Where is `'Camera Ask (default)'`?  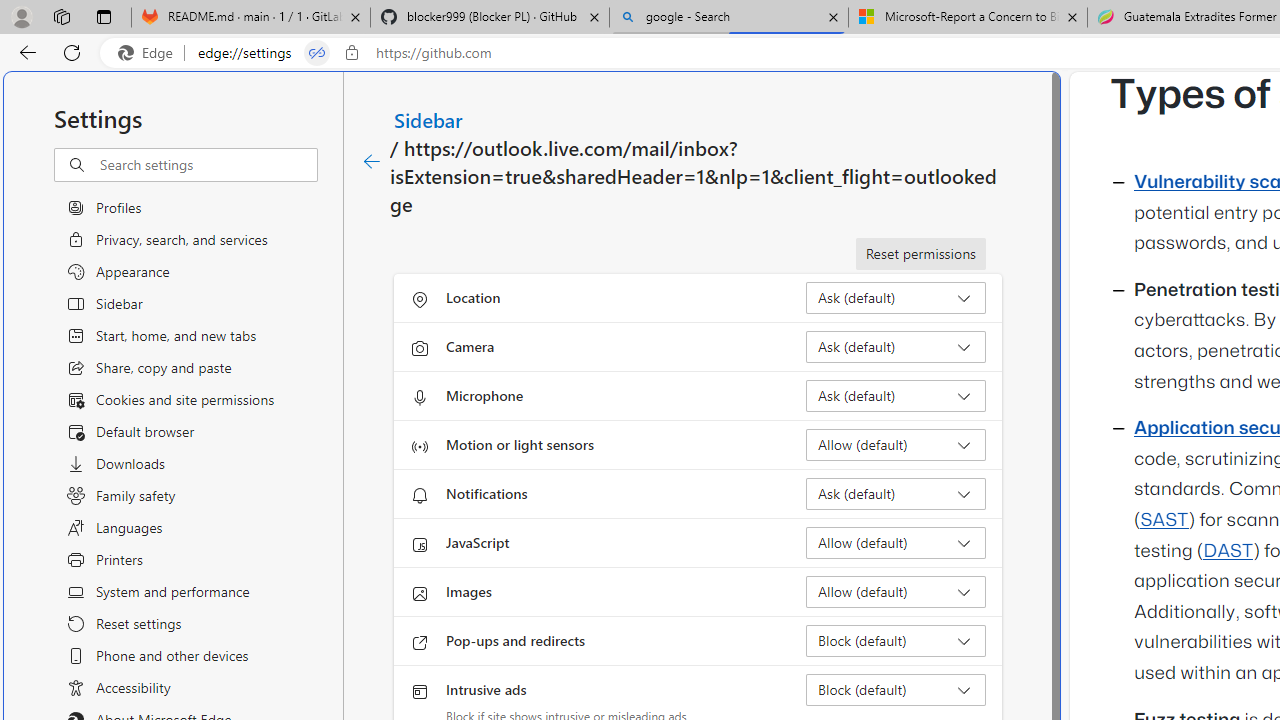 'Camera Ask (default)' is located at coordinates (895, 346).